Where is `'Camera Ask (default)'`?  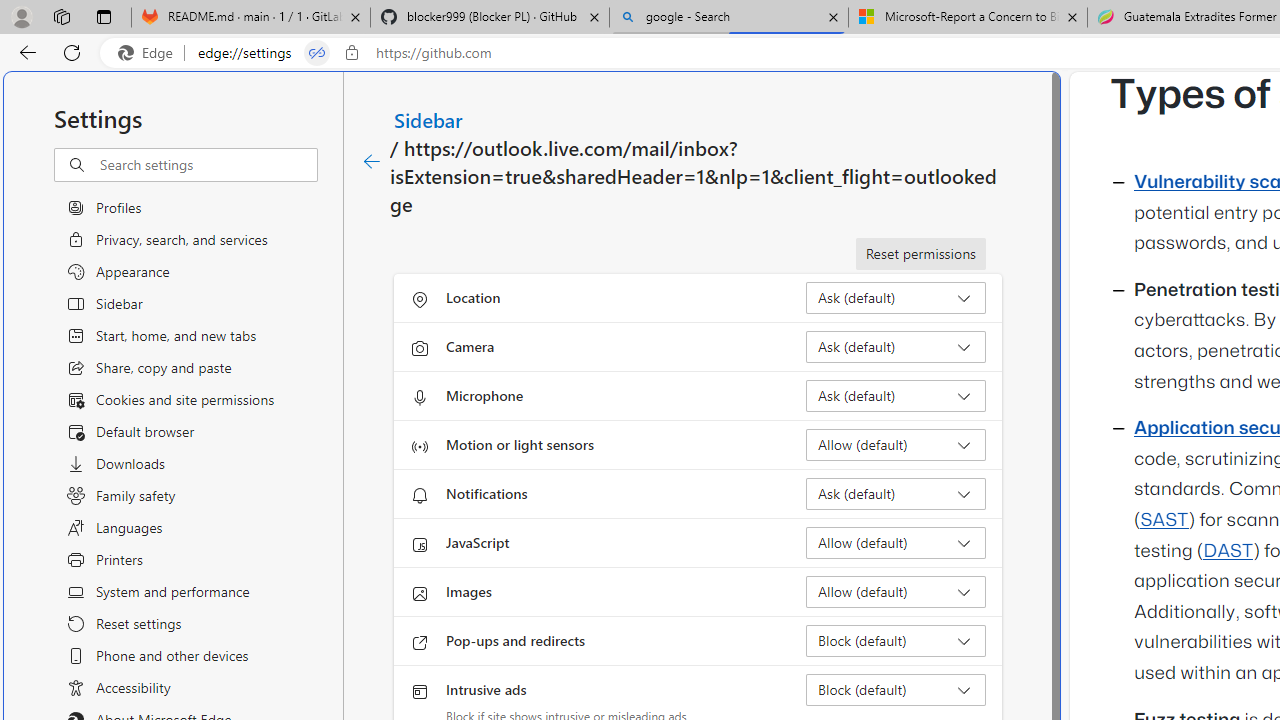 'Camera Ask (default)' is located at coordinates (895, 346).